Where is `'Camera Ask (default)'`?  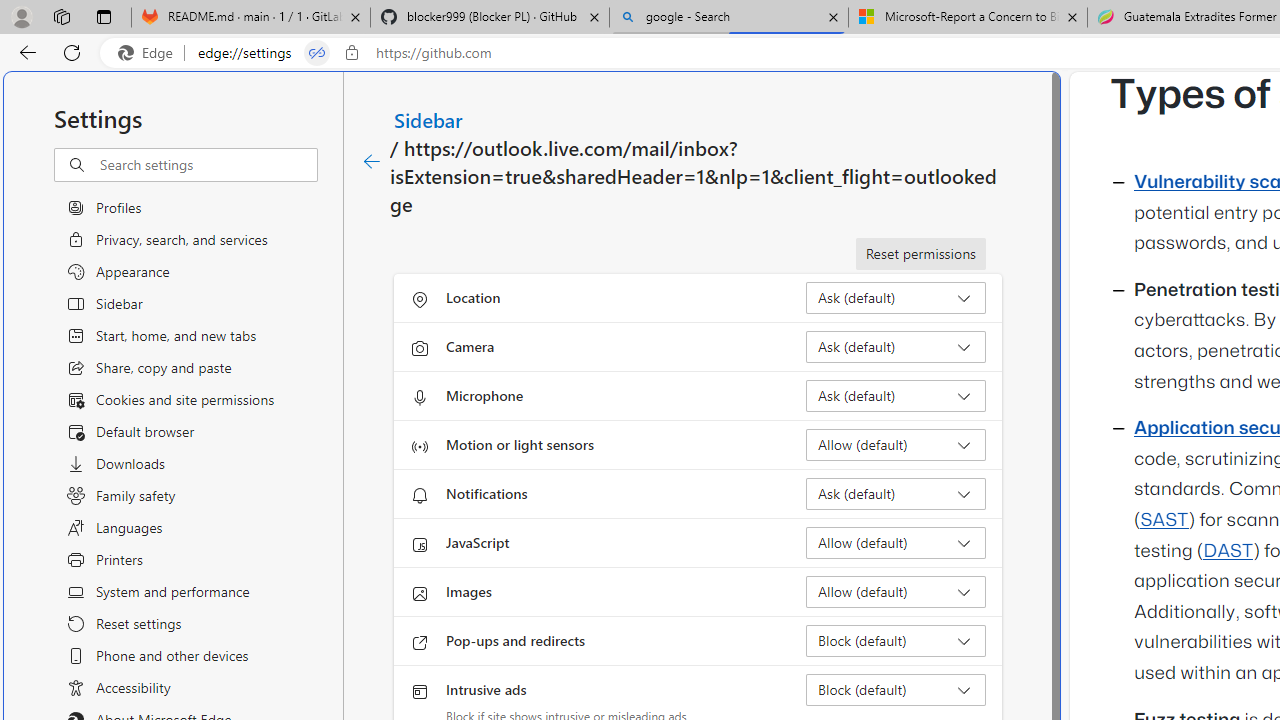 'Camera Ask (default)' is located at coordinates (895, 346).